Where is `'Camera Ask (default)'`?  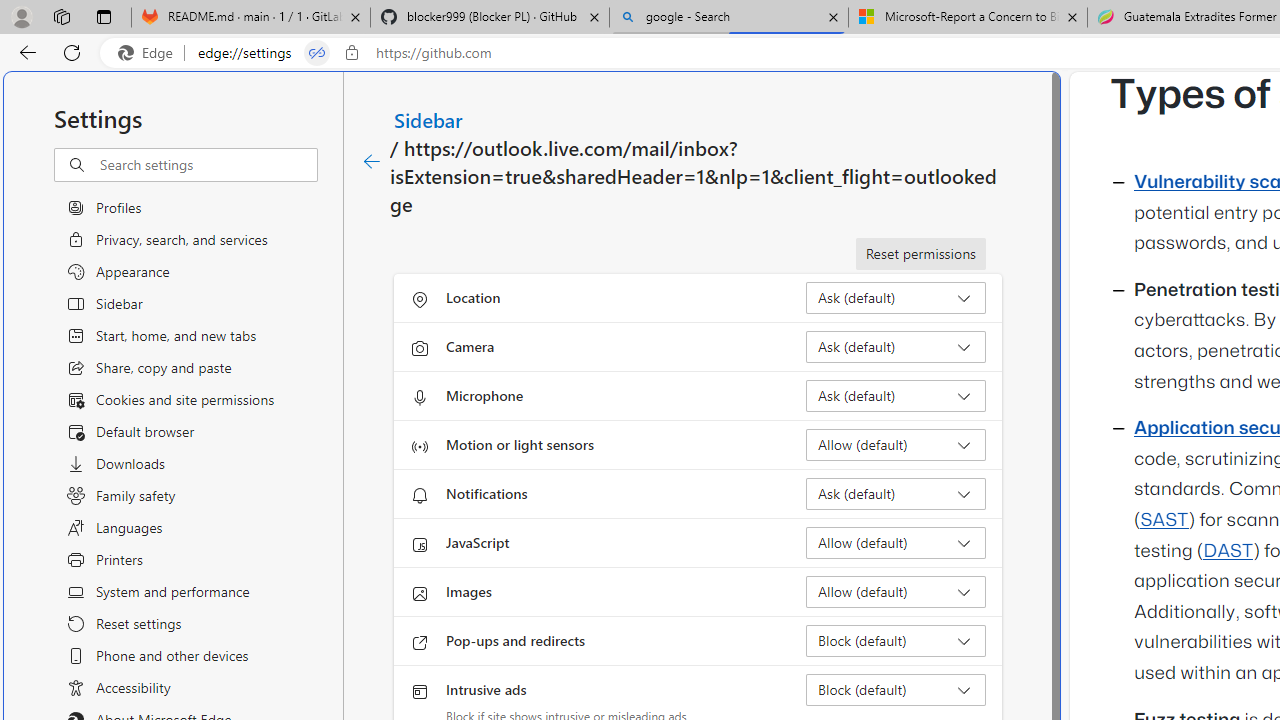 'Camera Ask (default)' is located at coordinates (895, 346).